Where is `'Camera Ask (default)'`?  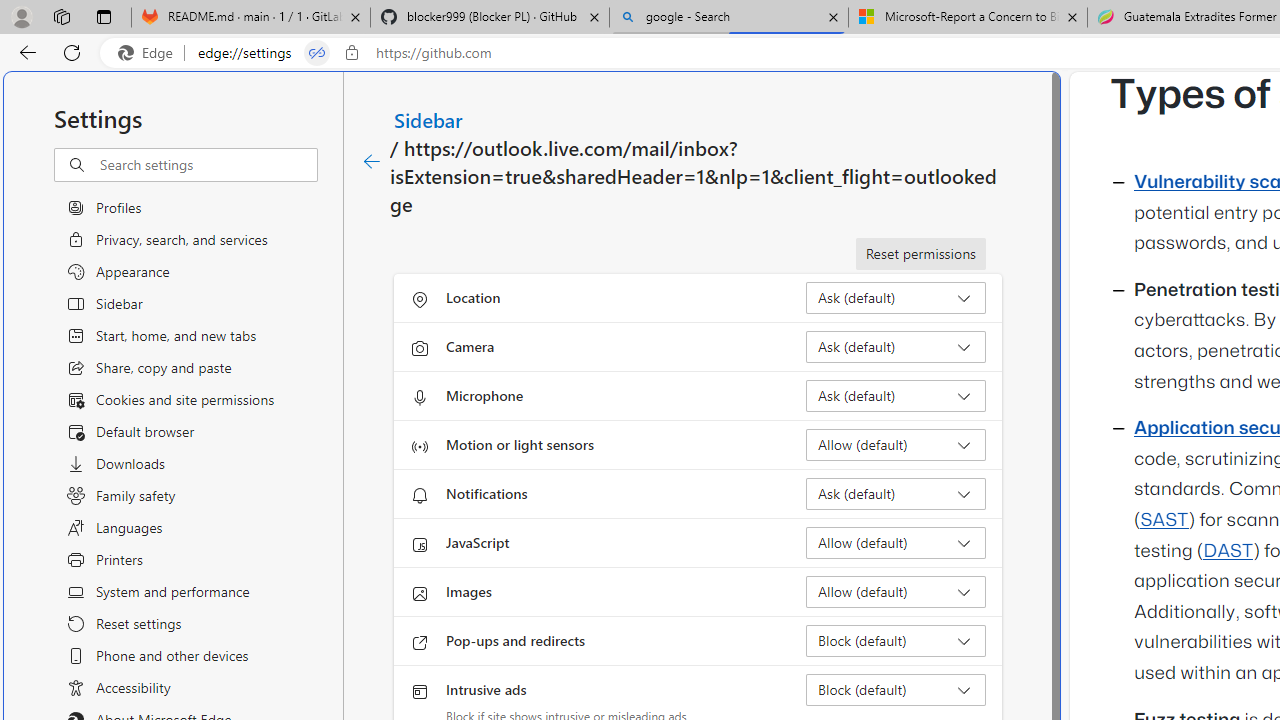 'Camera Ask (default)' is located at coordinates (895, 346).